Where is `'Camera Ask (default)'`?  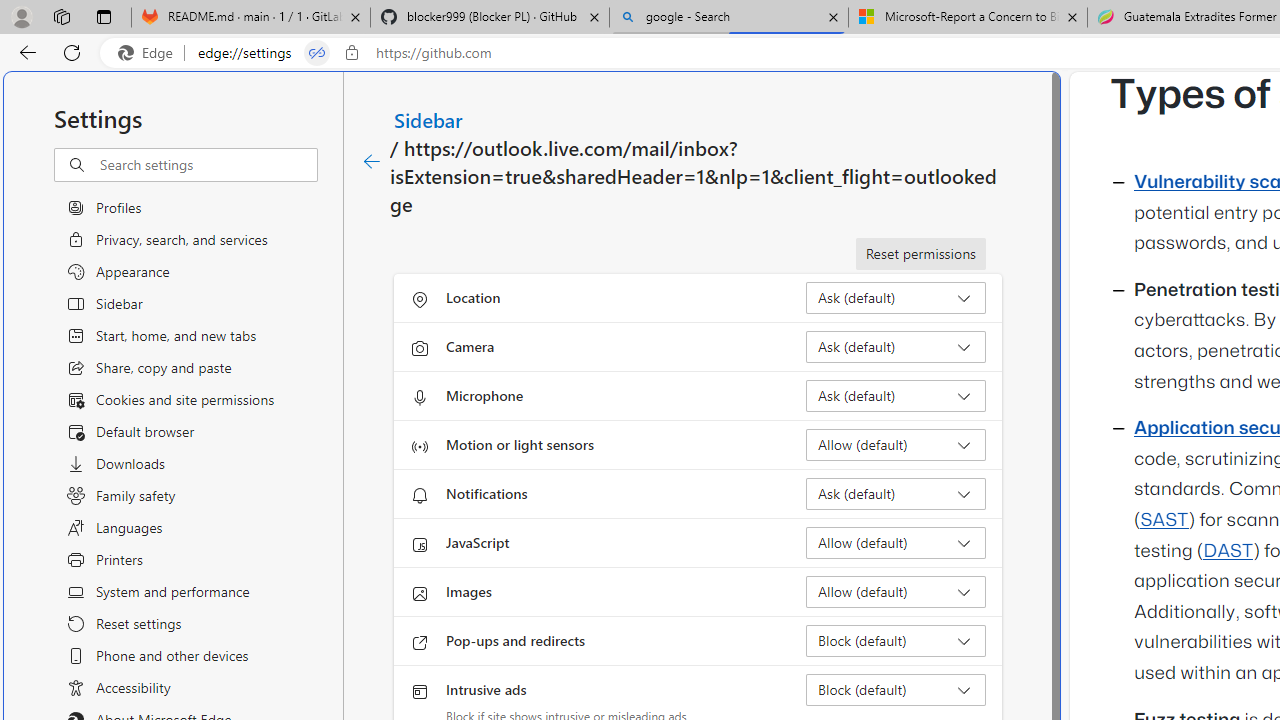 'Camera Ask (default)' is located at coordinates (895, 346).